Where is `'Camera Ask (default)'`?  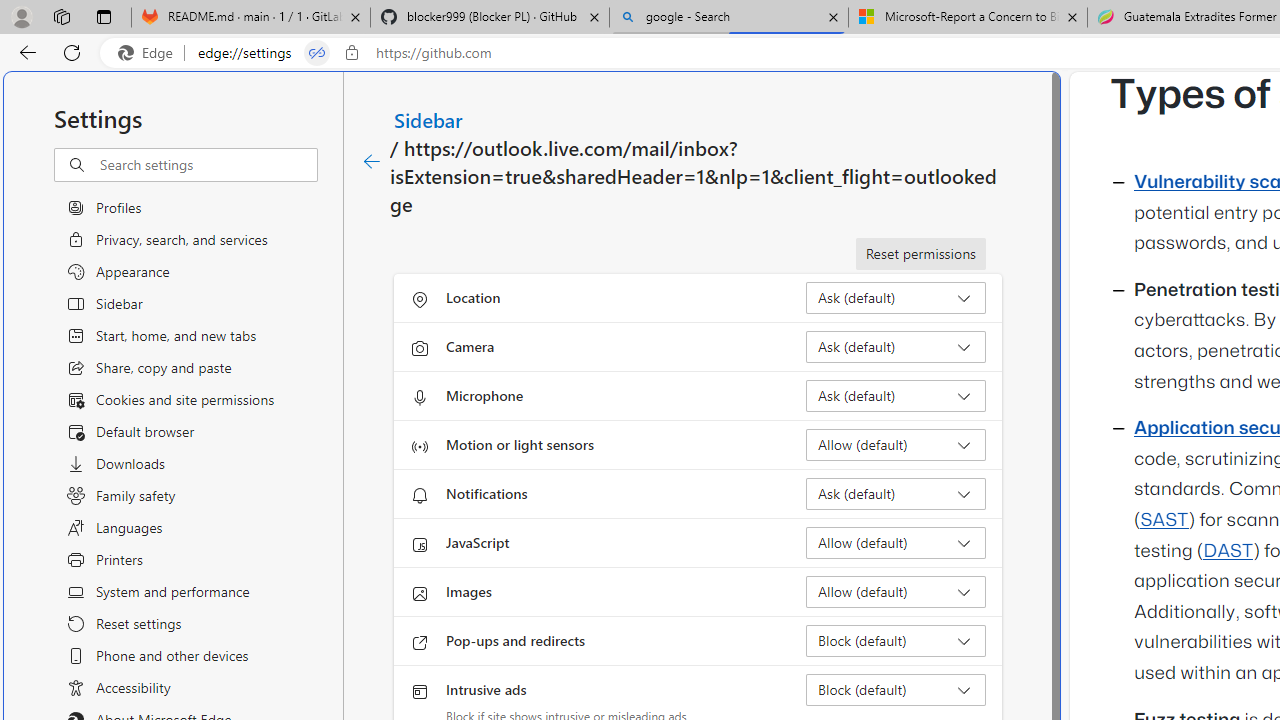 'Camera Ask (default)' is located at coordinates (895, 346).